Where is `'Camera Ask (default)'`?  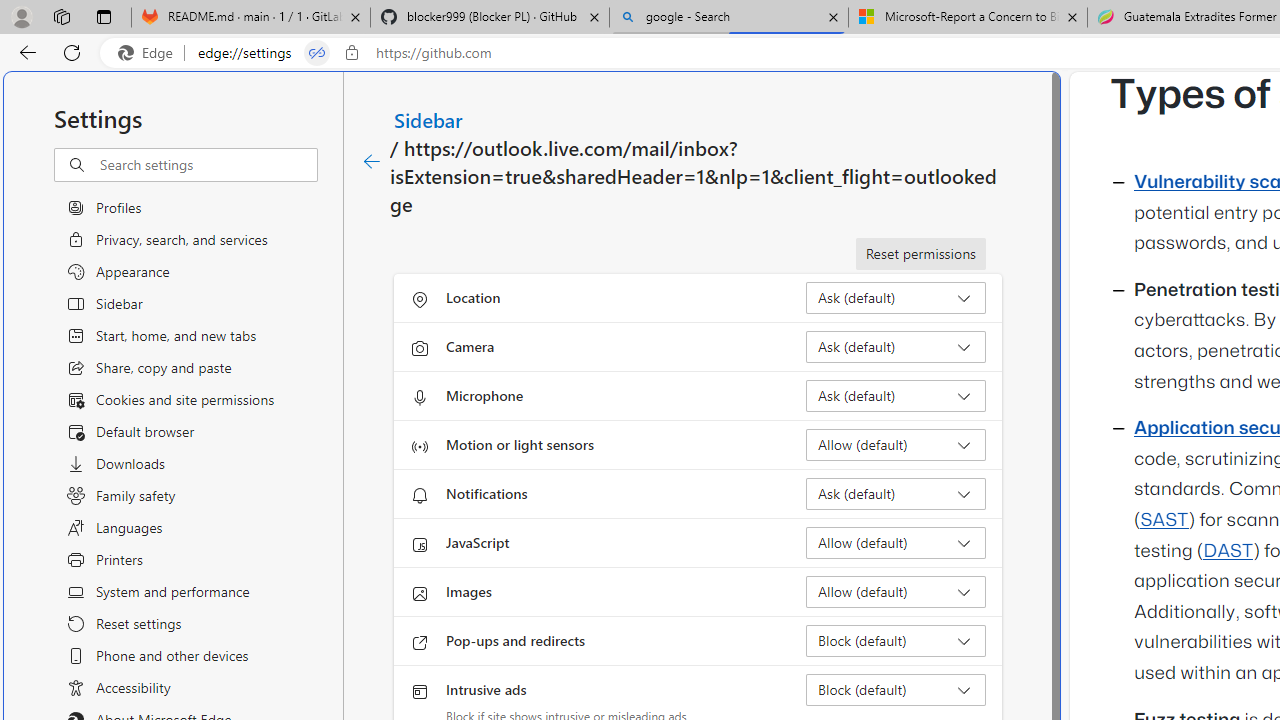 'Camera Ask (default)' is located at coordinates (895, 346).